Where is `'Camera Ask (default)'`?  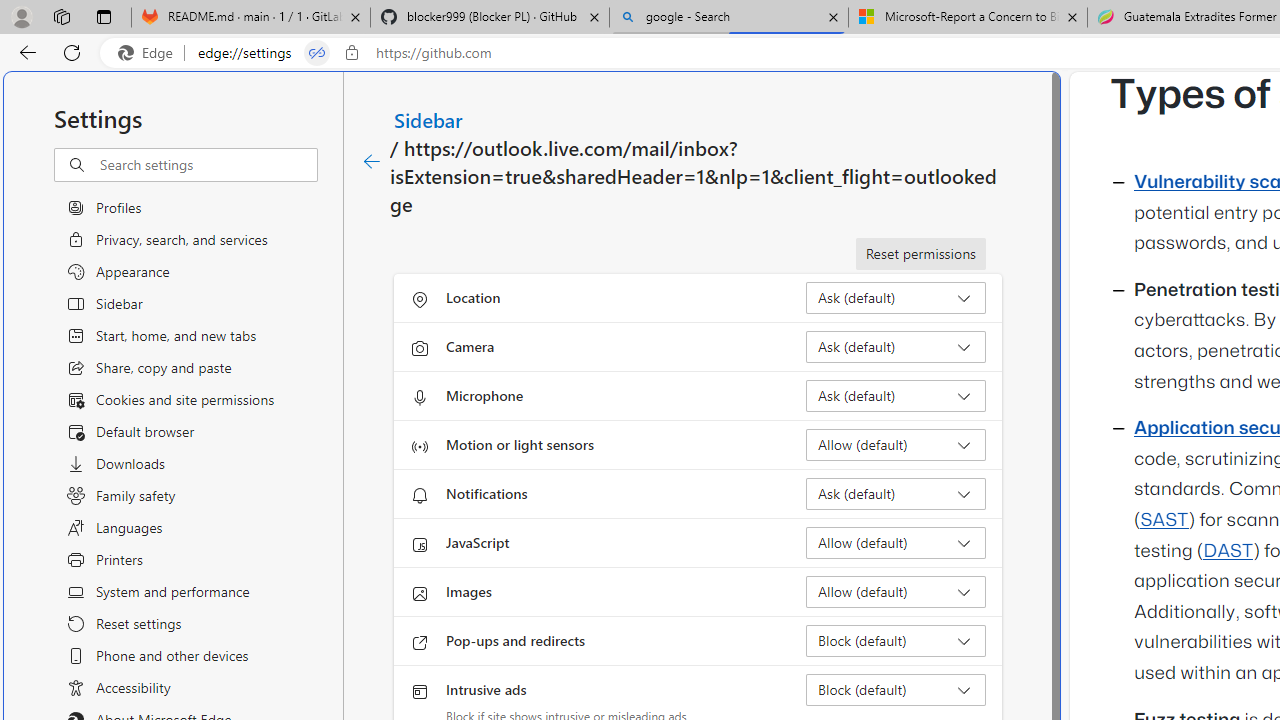 'Camera Ask (default)' is located at coordinates (895, 346).